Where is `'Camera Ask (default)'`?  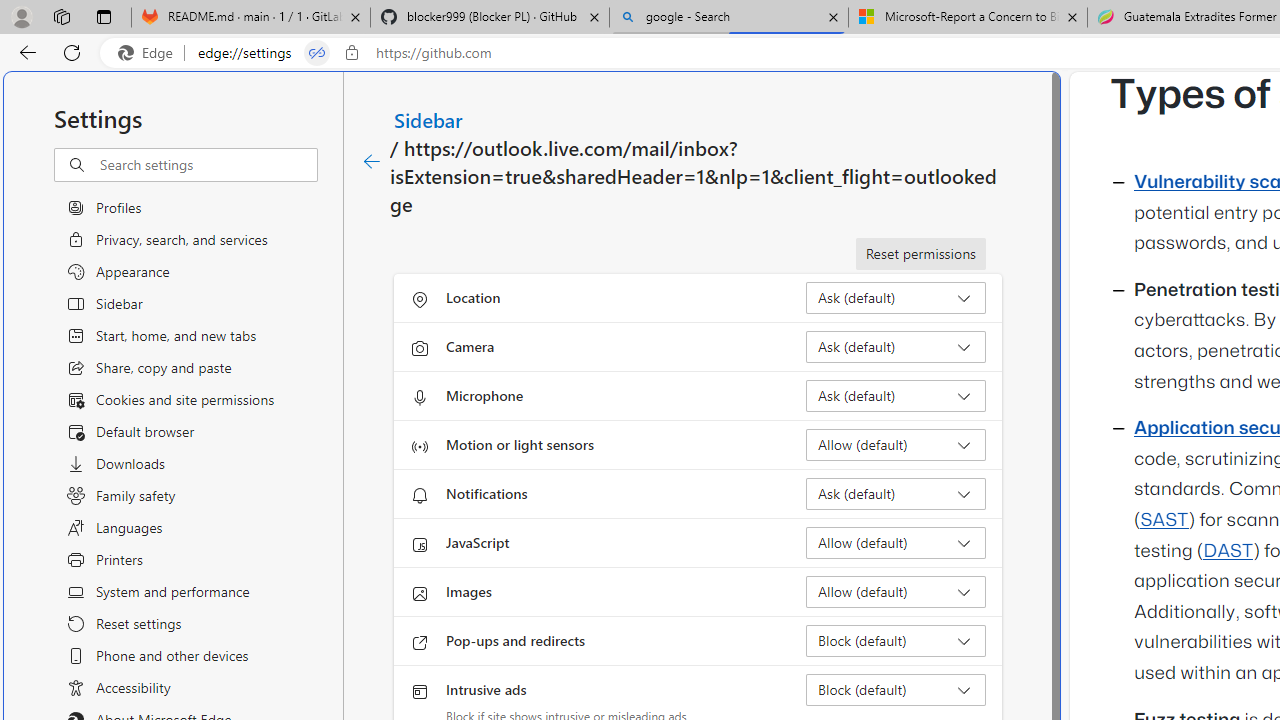 'Camera Ask (default)' is located at coordinates (895, 346).